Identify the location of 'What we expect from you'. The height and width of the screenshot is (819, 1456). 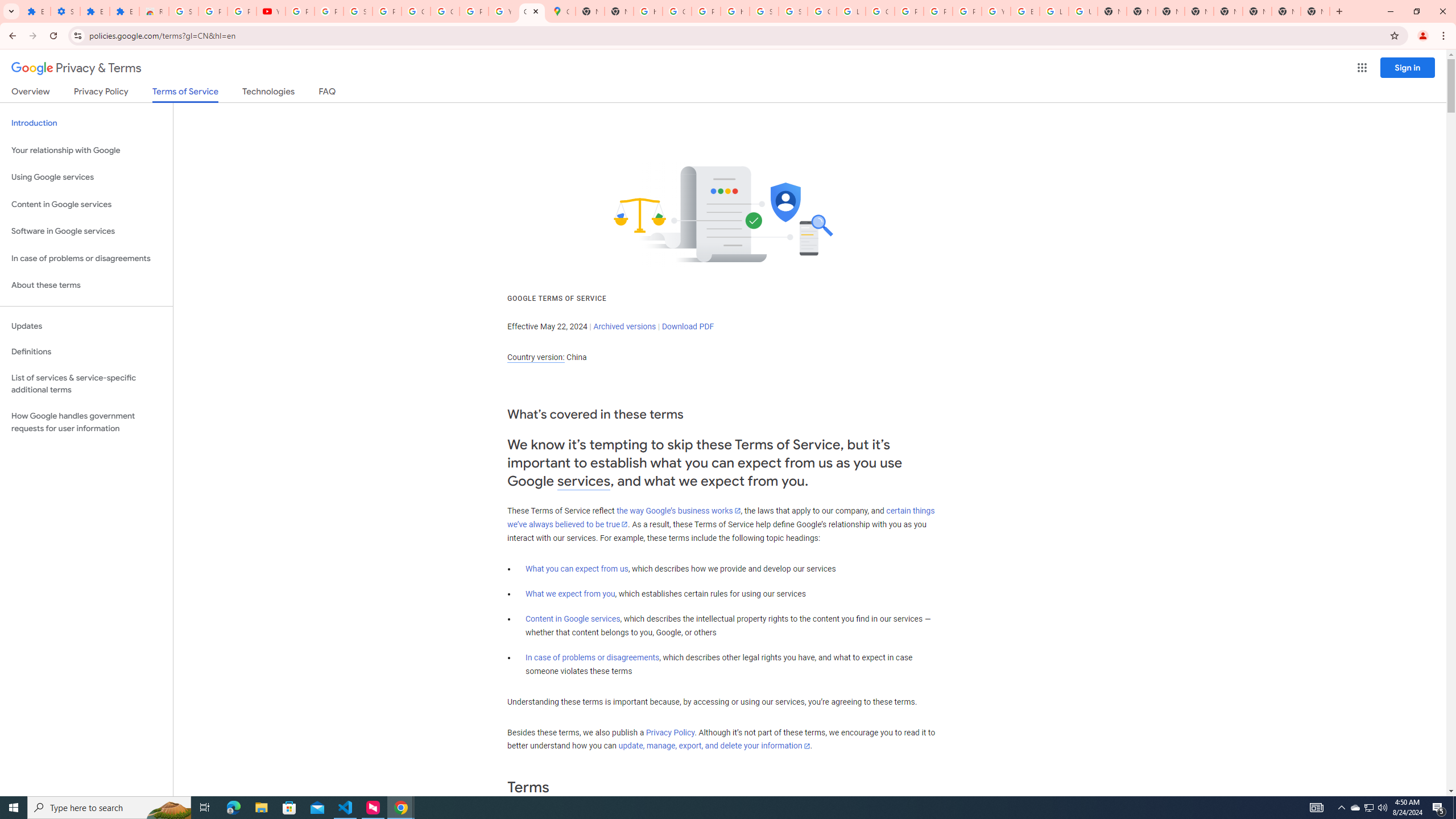
(570, 593).